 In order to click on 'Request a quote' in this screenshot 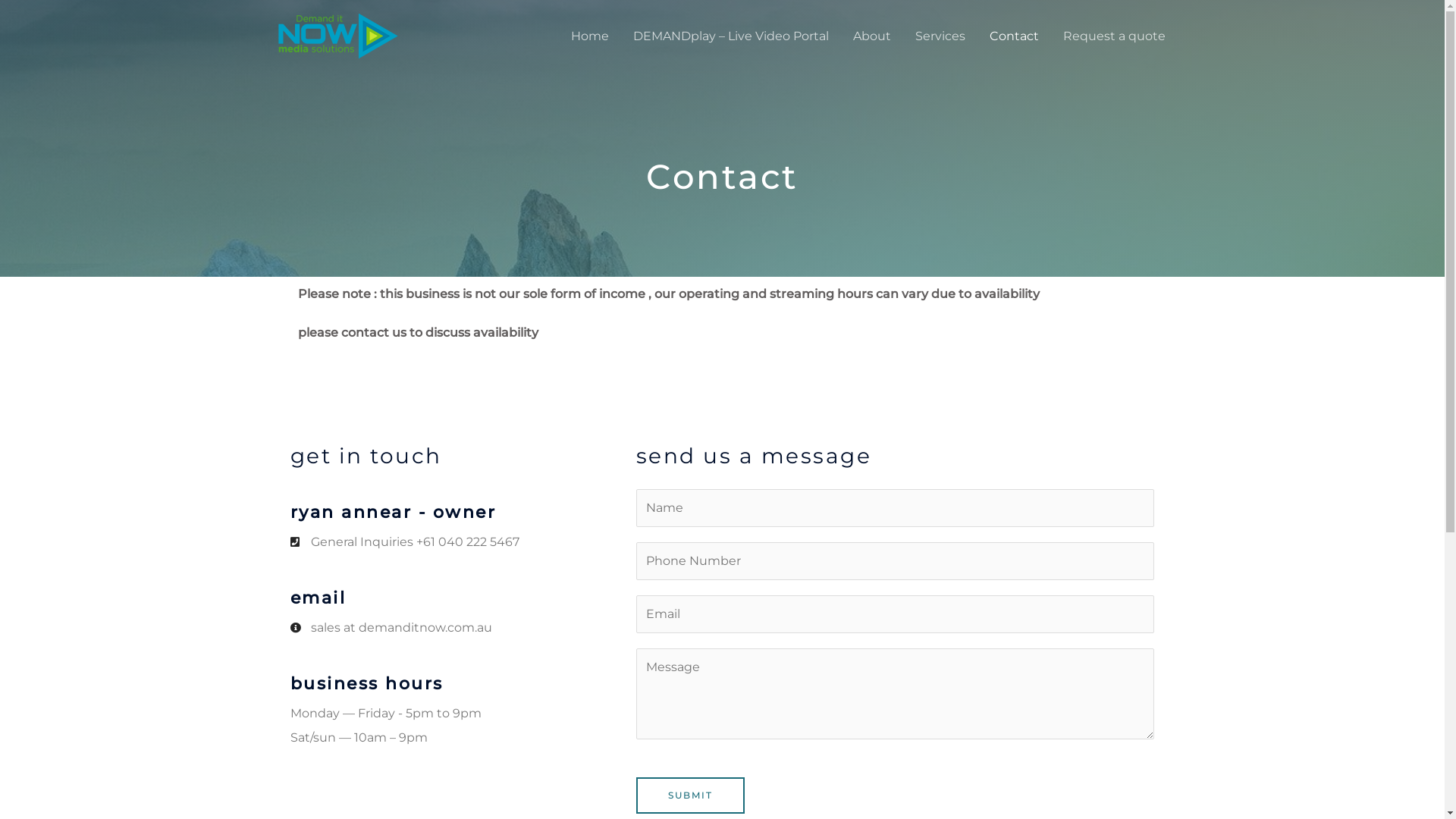, I will do `click(1114, 35)`.